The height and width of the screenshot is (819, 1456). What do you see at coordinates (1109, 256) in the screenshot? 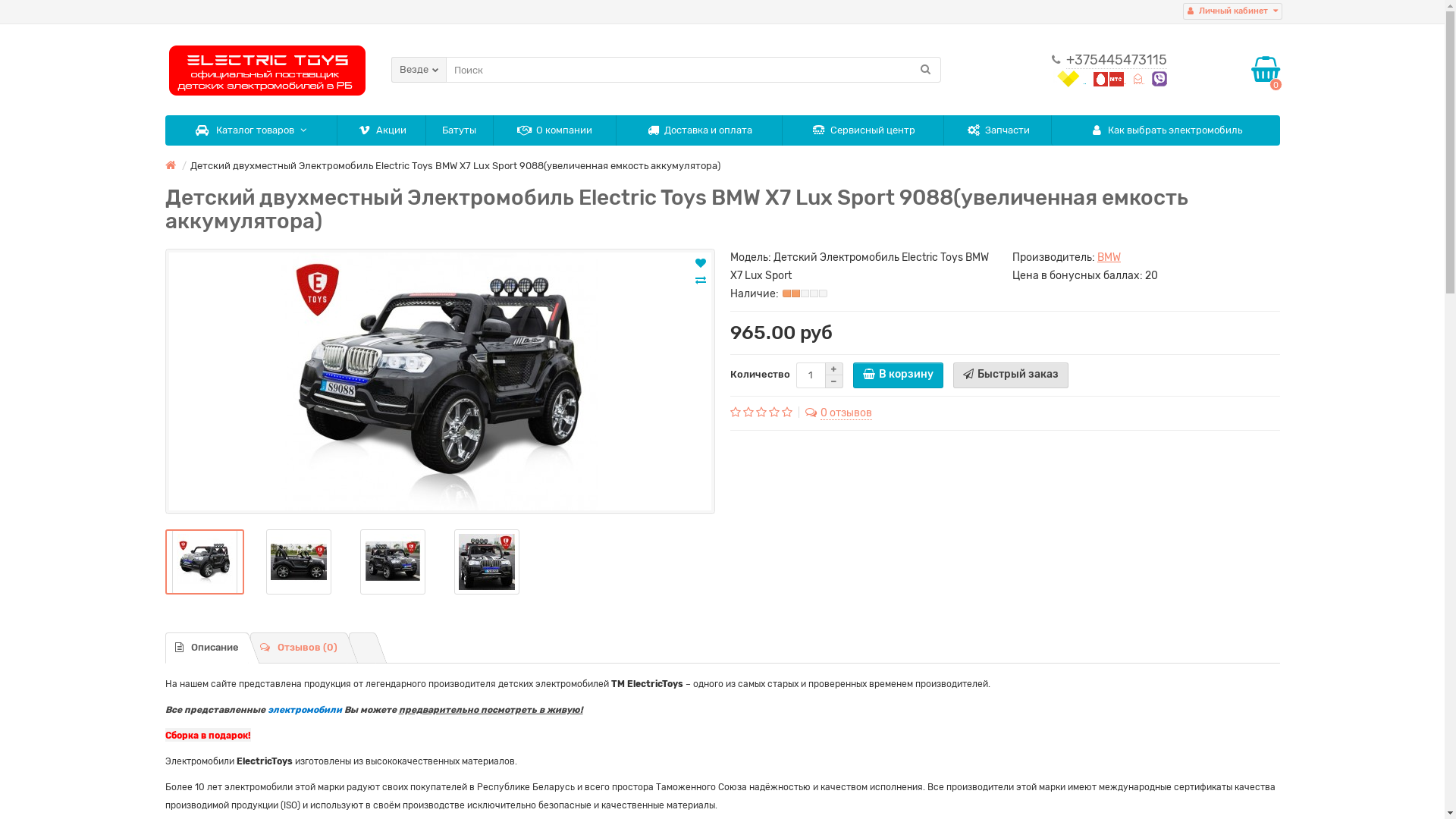
I see `'BMW'` at bounding box center [1109, 256].